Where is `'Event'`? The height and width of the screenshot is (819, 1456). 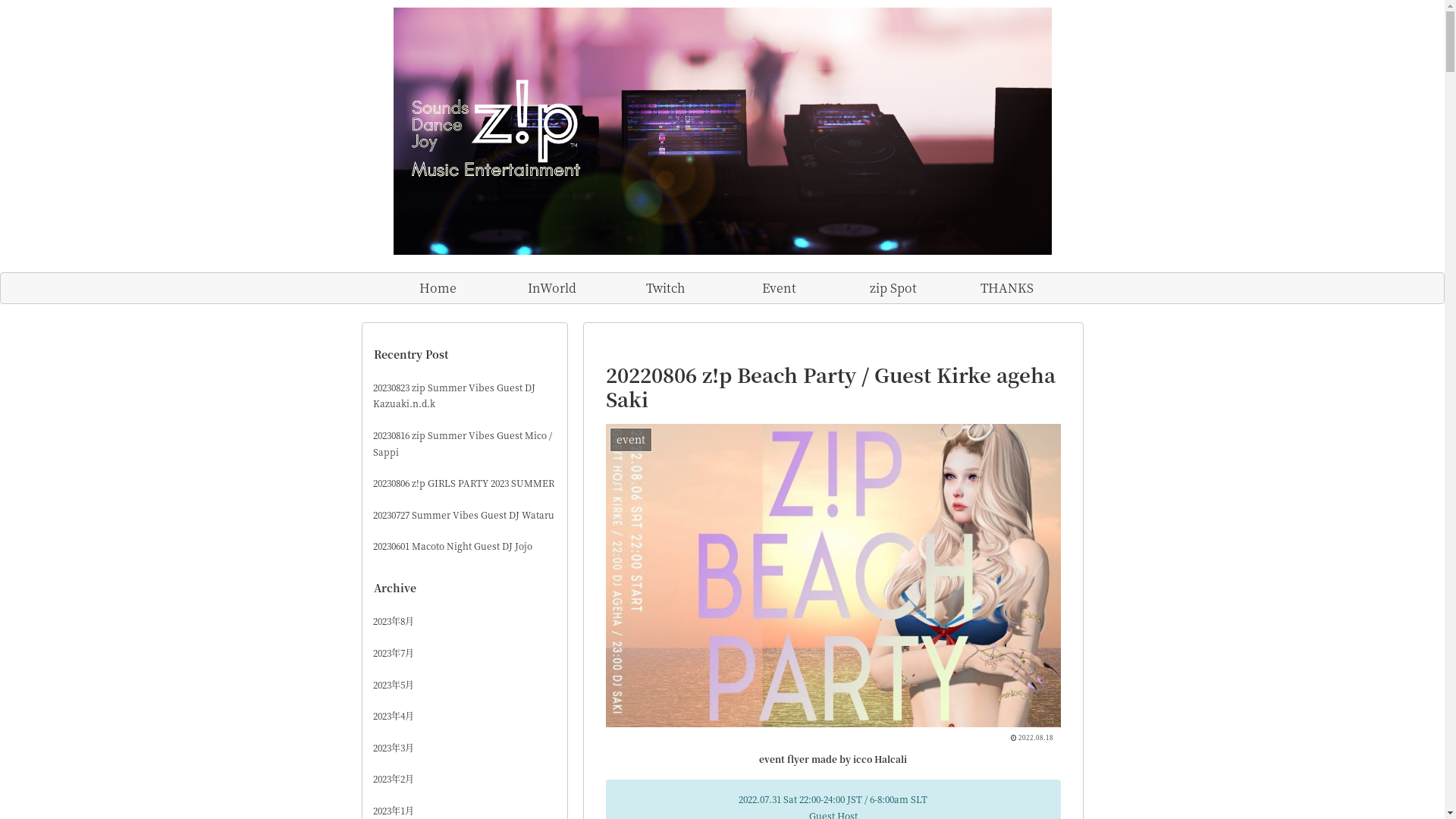 'Event' is located at coordinates (779, 288).